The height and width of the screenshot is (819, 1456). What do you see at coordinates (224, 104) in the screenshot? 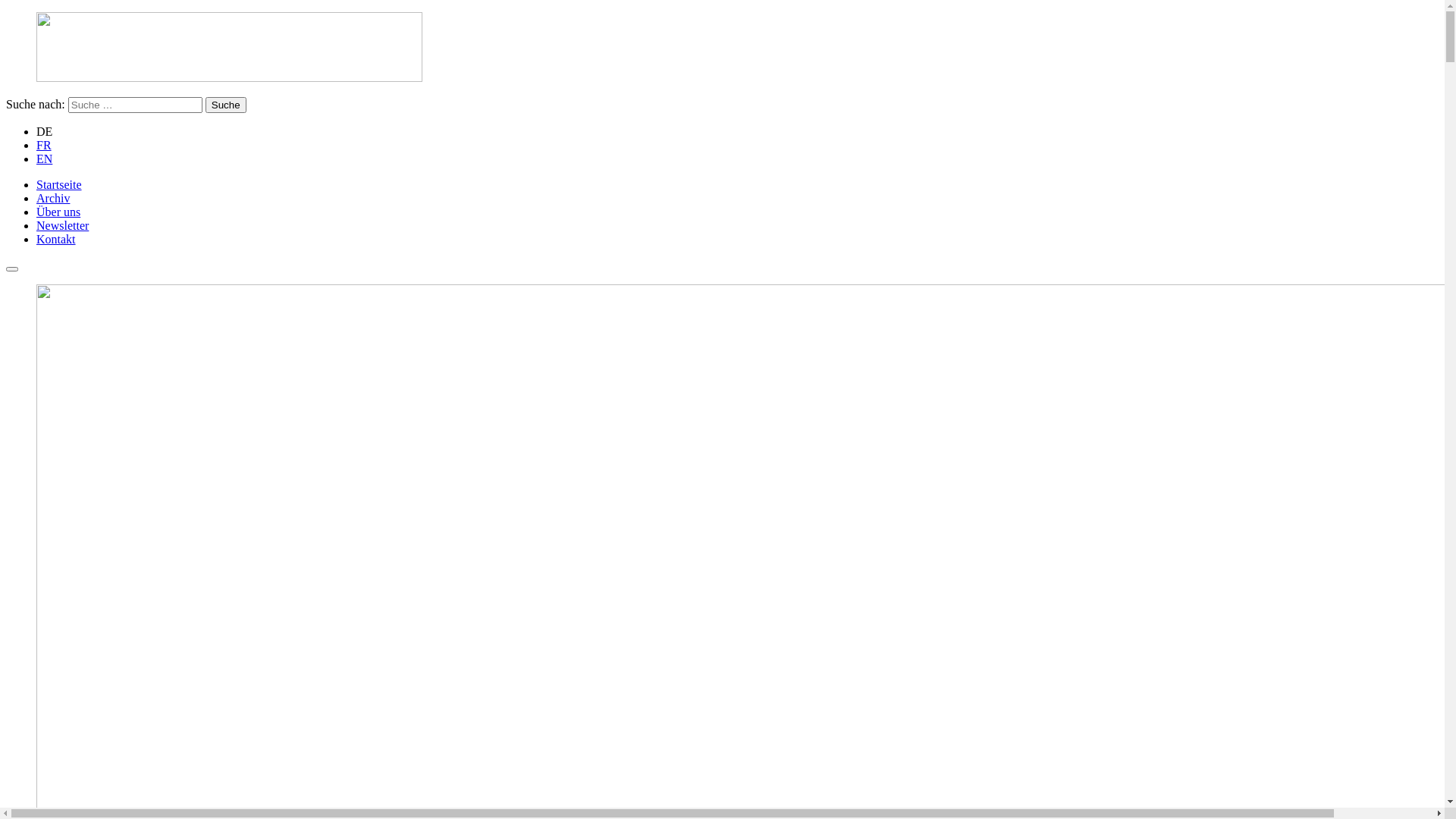
I see `'Suche'` at bounding box center [224, 104].